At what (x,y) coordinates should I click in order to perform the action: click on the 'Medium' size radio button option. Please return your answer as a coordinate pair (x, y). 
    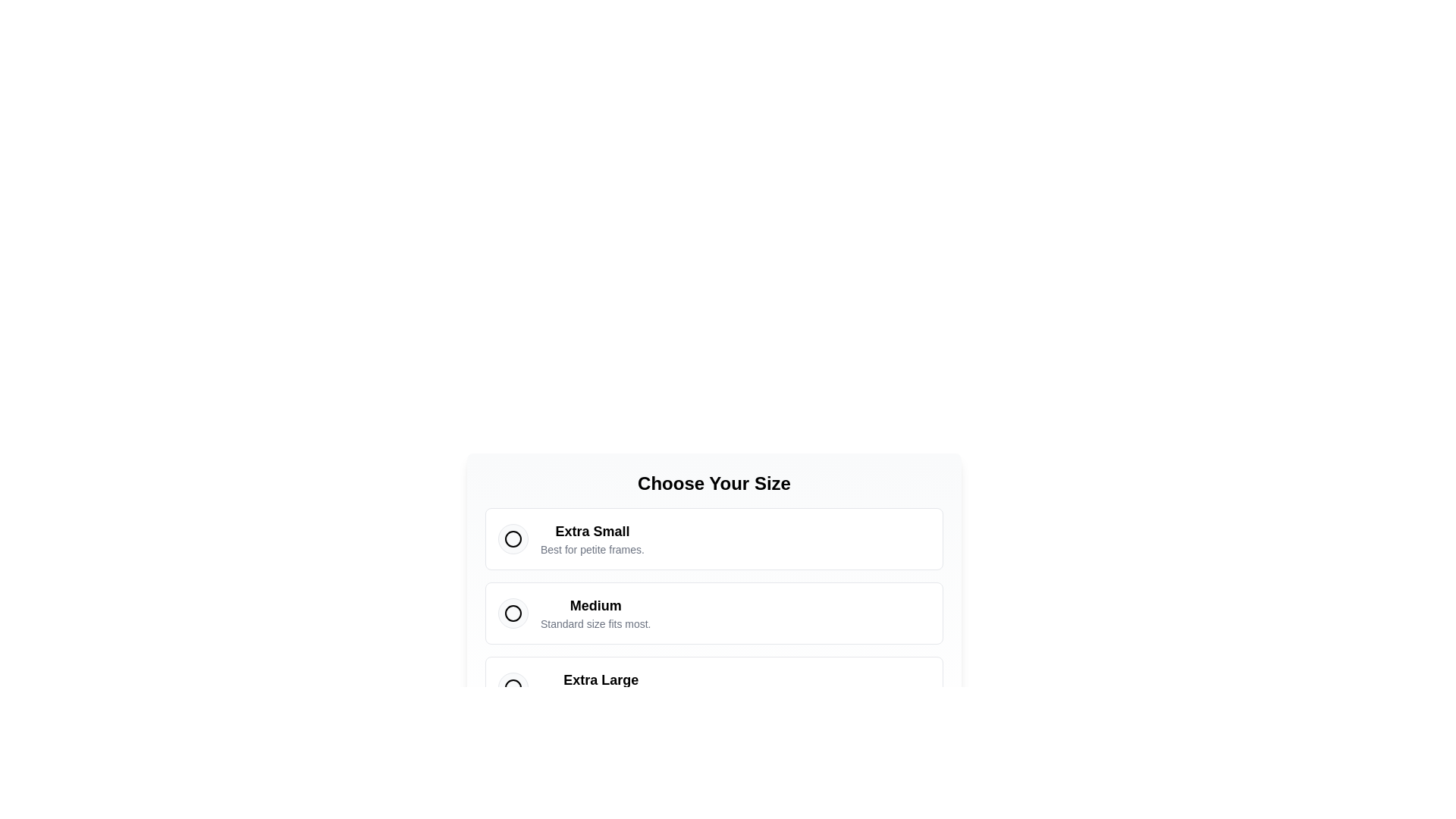
    Looking at the image, I should click on (713, 613).